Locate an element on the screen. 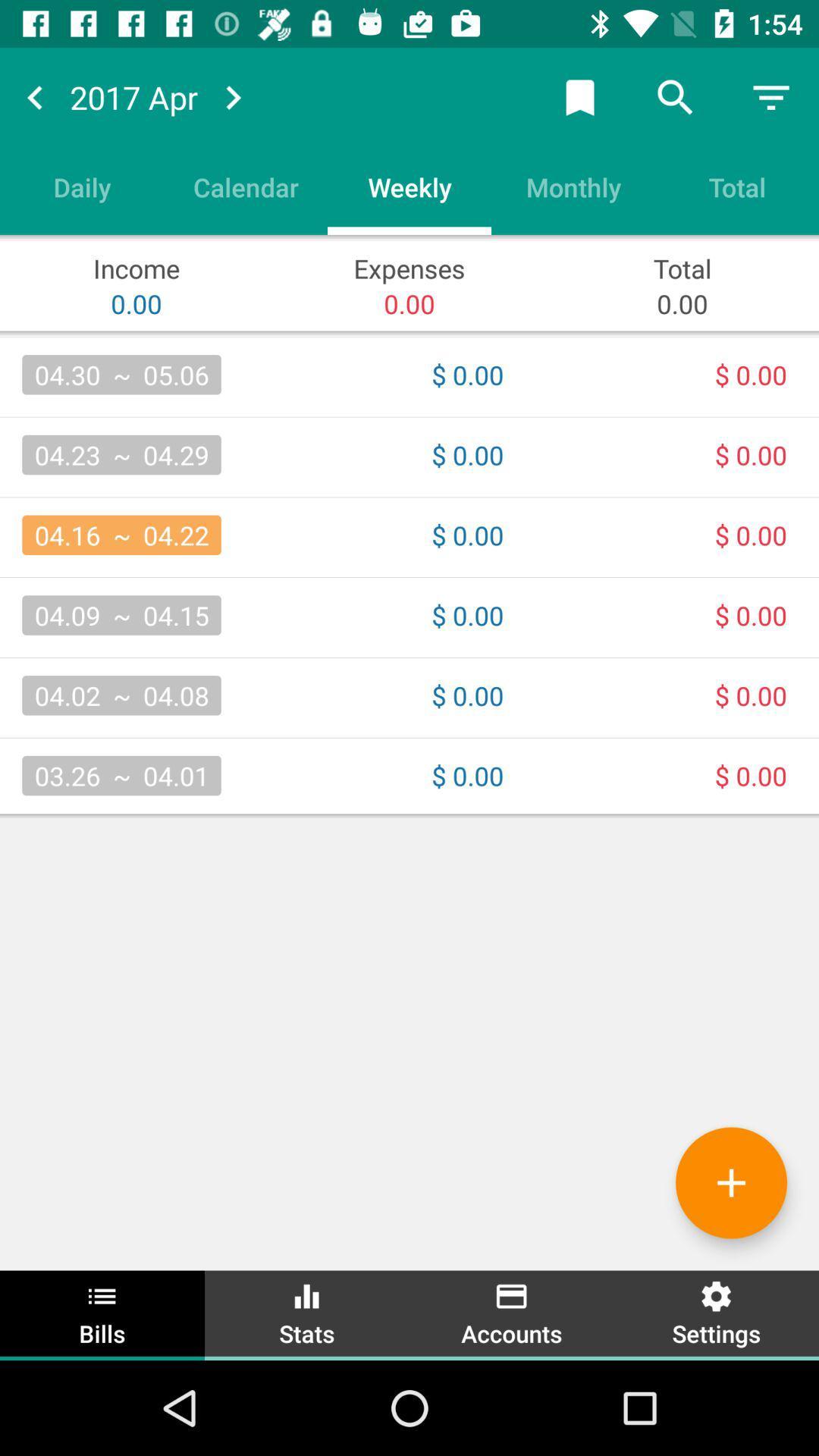  item next to total icon is located at coordinates (573, 186).